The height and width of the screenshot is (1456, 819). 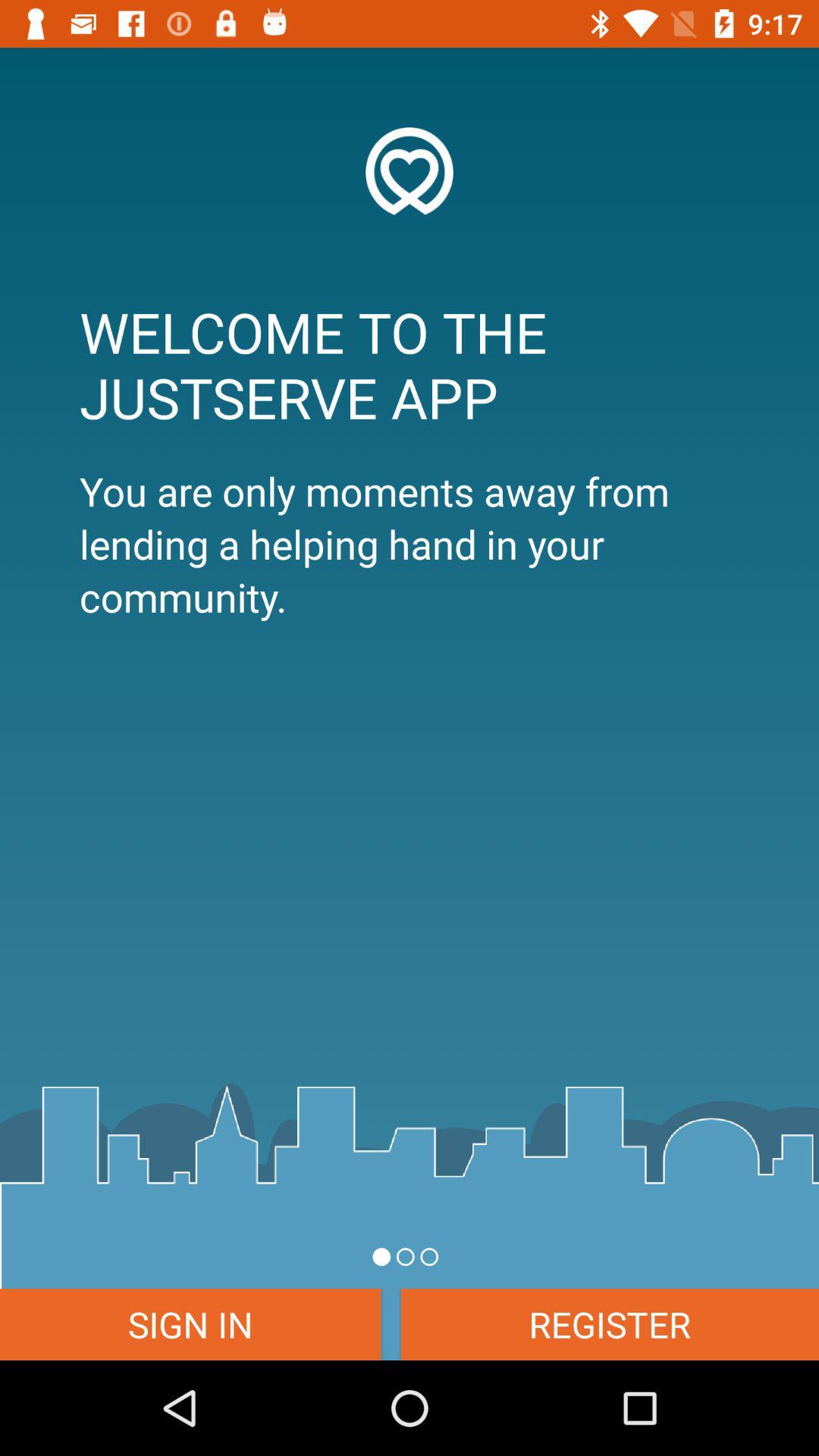 I want to click on register icon, so click(x=609, y=1323).